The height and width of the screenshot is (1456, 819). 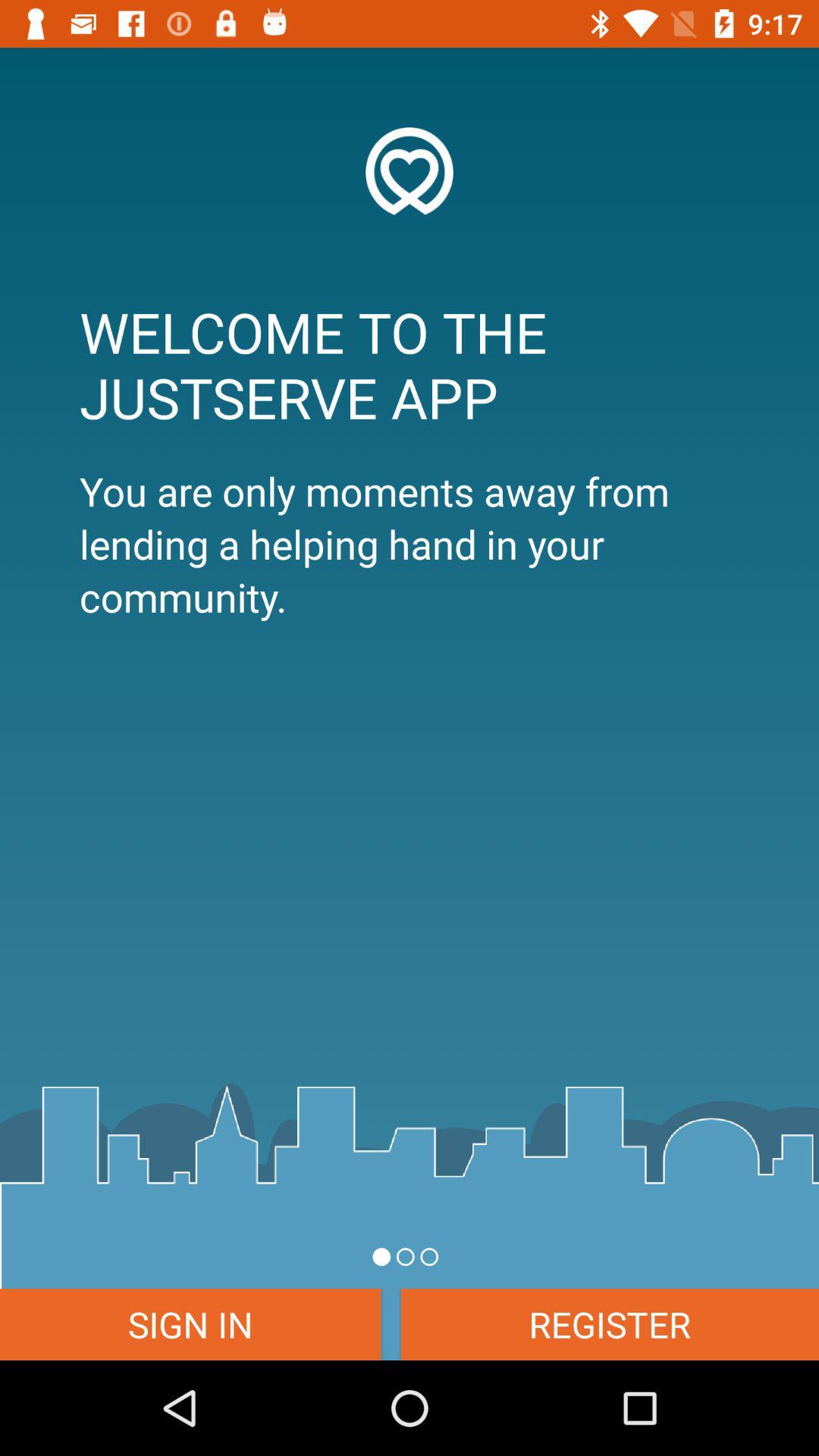 I want to click on register icon, so click(x=609, y=1323).